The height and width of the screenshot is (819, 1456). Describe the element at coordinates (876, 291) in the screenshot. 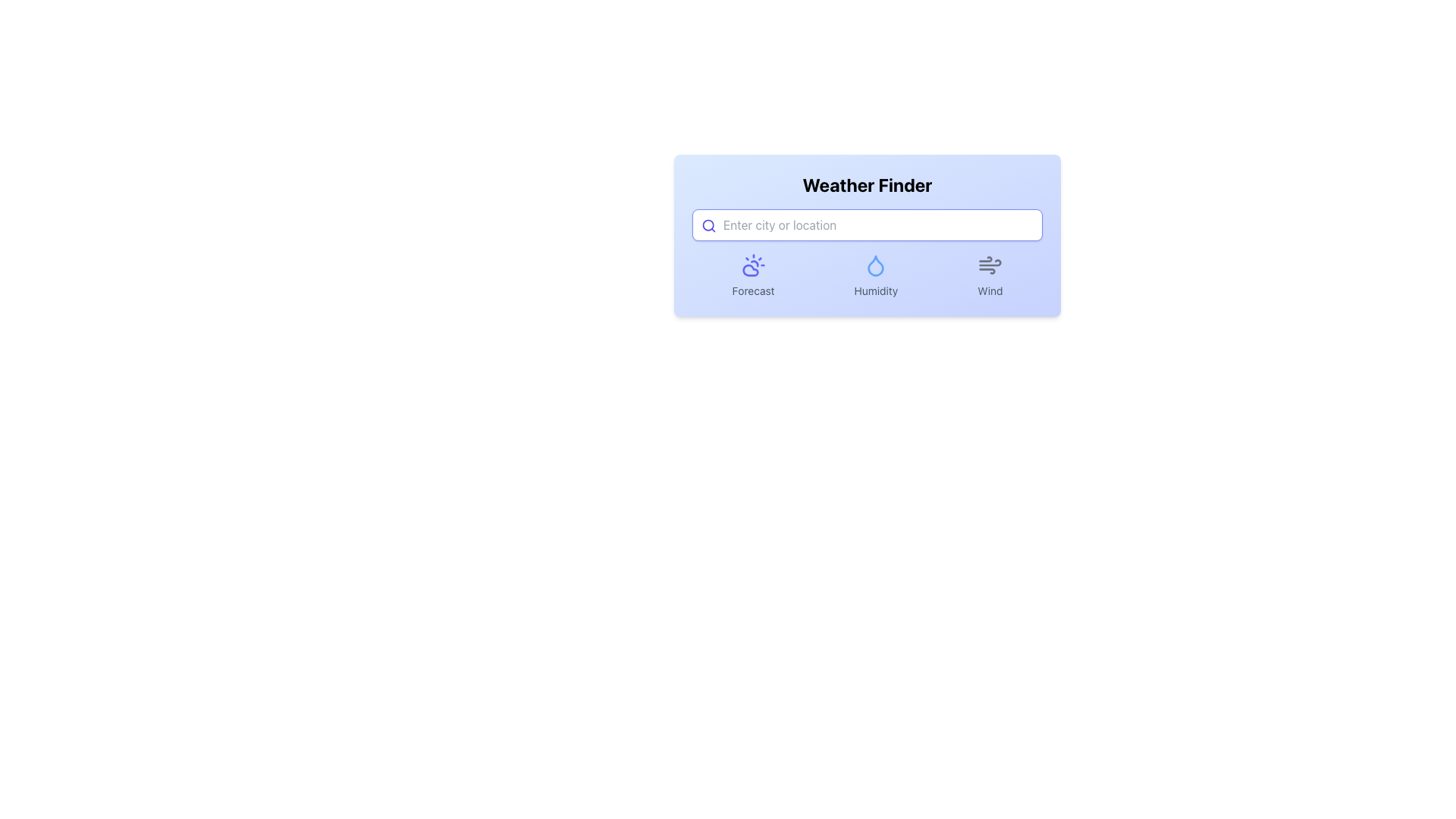

I see `the 'Humidity' text label, which is styled in gray and located under the droplet icon in the second column of weather information categories` at that location.